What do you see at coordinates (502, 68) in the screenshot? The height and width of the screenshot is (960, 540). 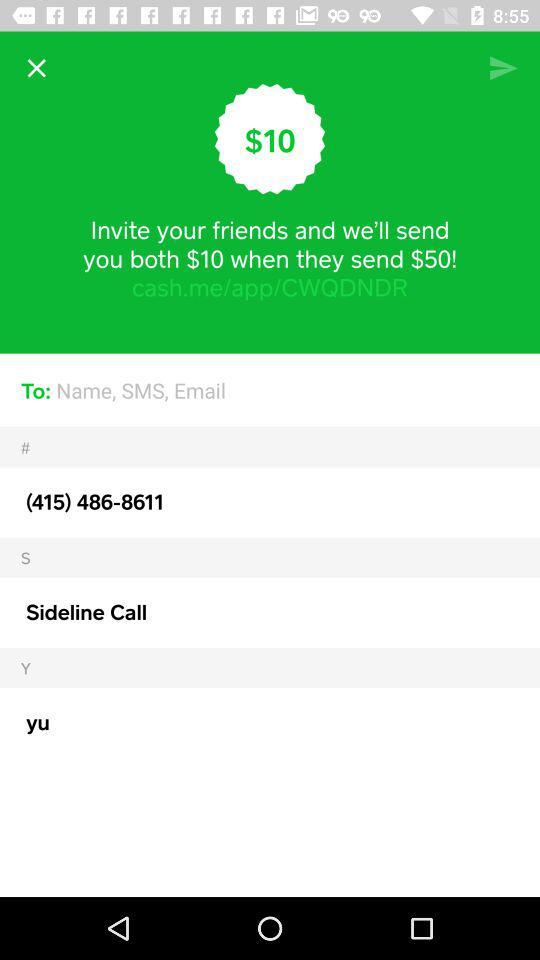 I see `the send icon` at bounding box center [502, 68].